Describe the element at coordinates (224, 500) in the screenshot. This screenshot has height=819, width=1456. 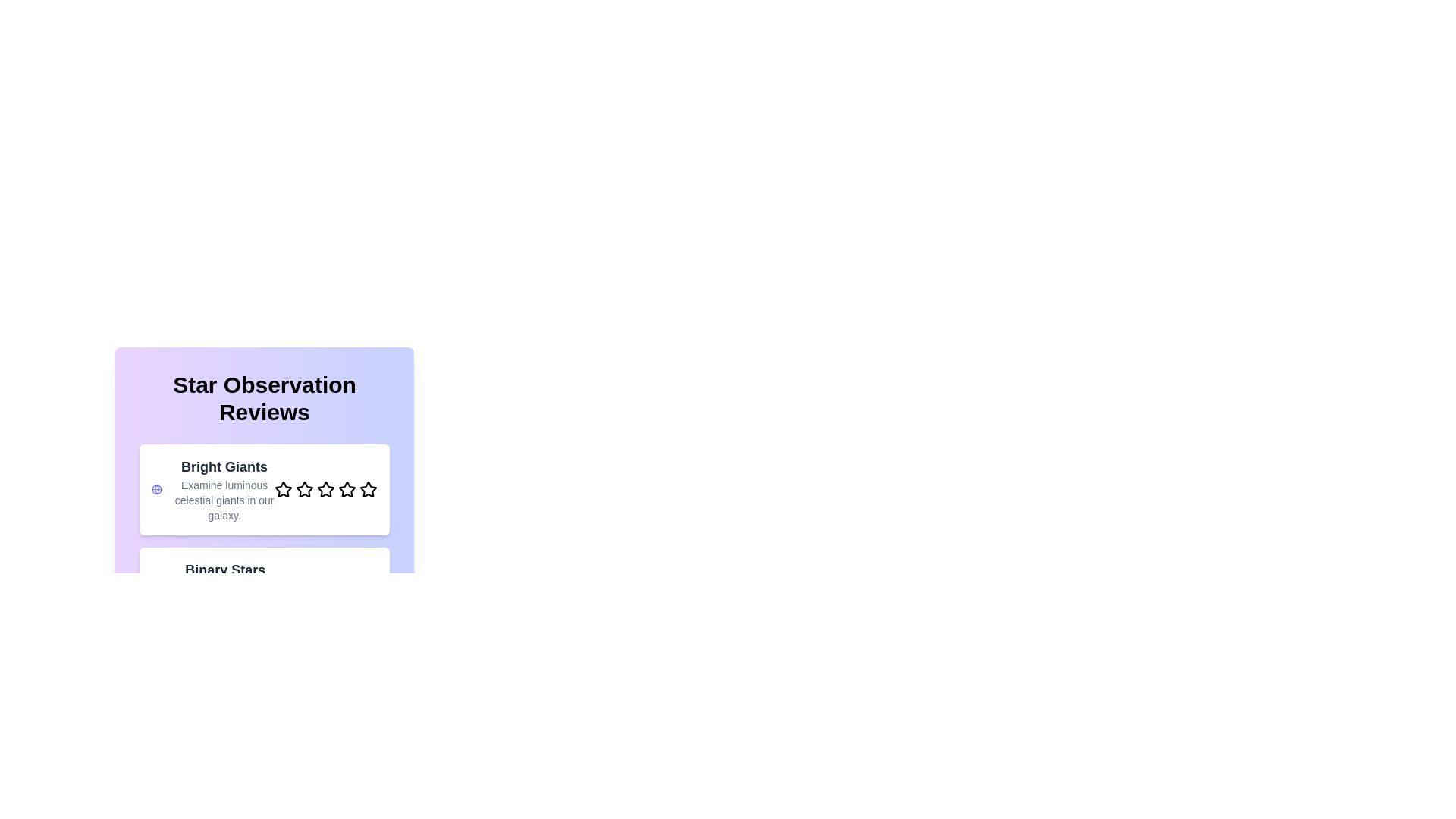
I see `the description text for the category 'Bright Giants' to display additional information` at that location.